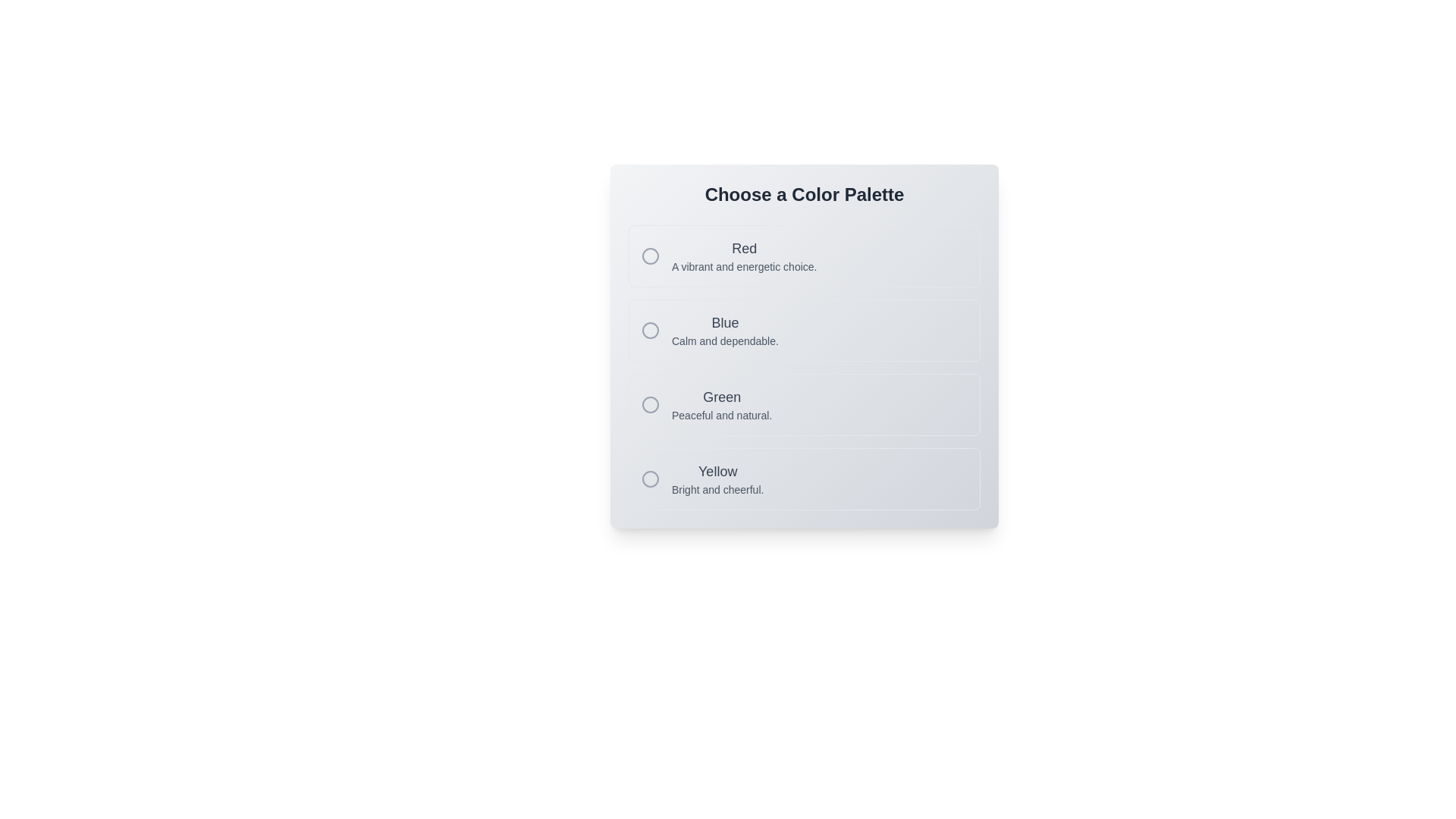  What do you see at coordinates (717, 479) in the screenshot?
I see `the 'Yellow' text label in the fourth option of the color palette list, which includes the description 'Bright and cheerful.'` at bounding box center [717, 479].